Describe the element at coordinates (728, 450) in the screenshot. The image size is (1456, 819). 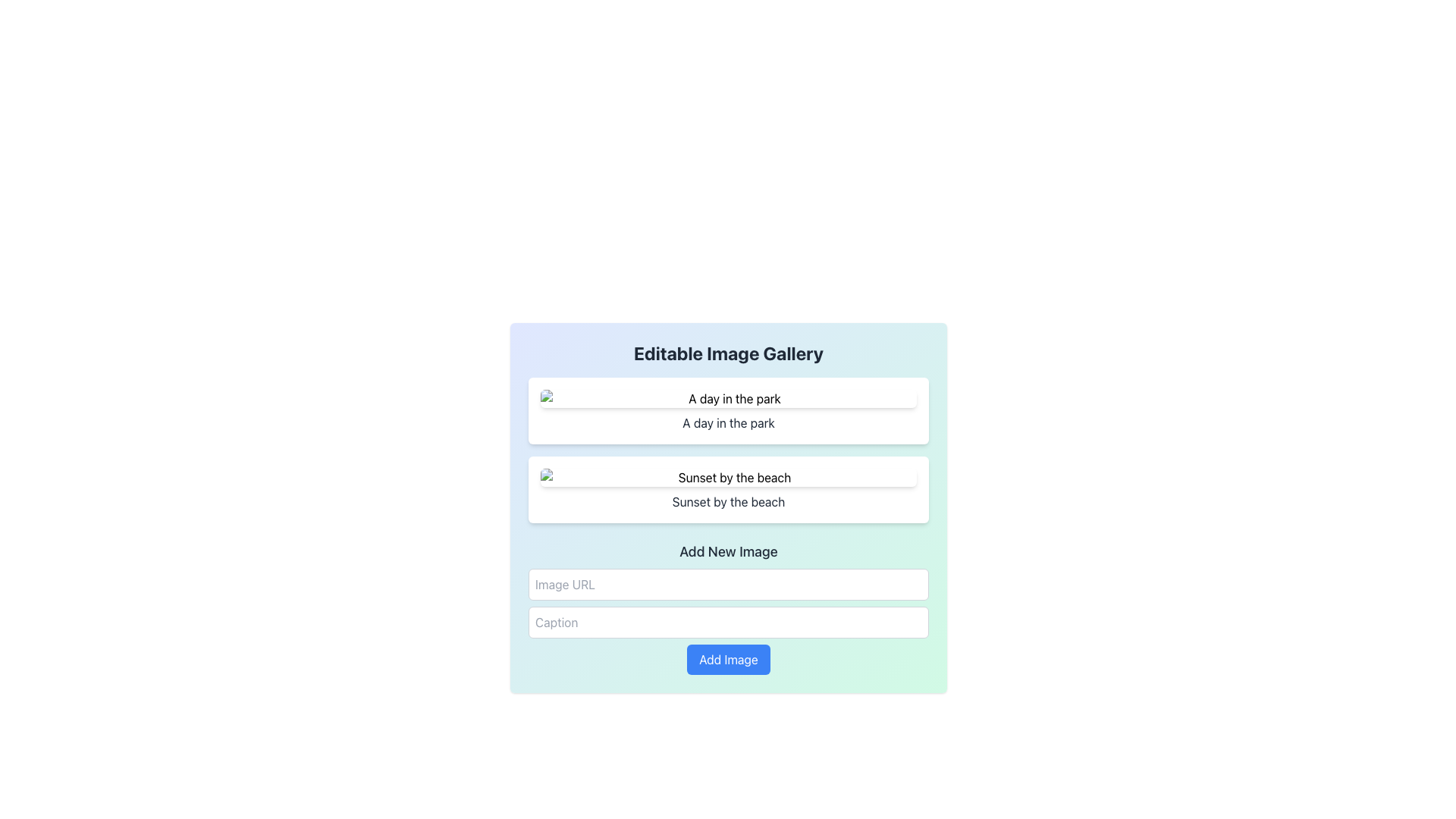
I see `the vertical section containing two blocks in the 'Editable Image Gallery' section, which includes 'A day in the park' and 'Sunset by the beach'` at that location.